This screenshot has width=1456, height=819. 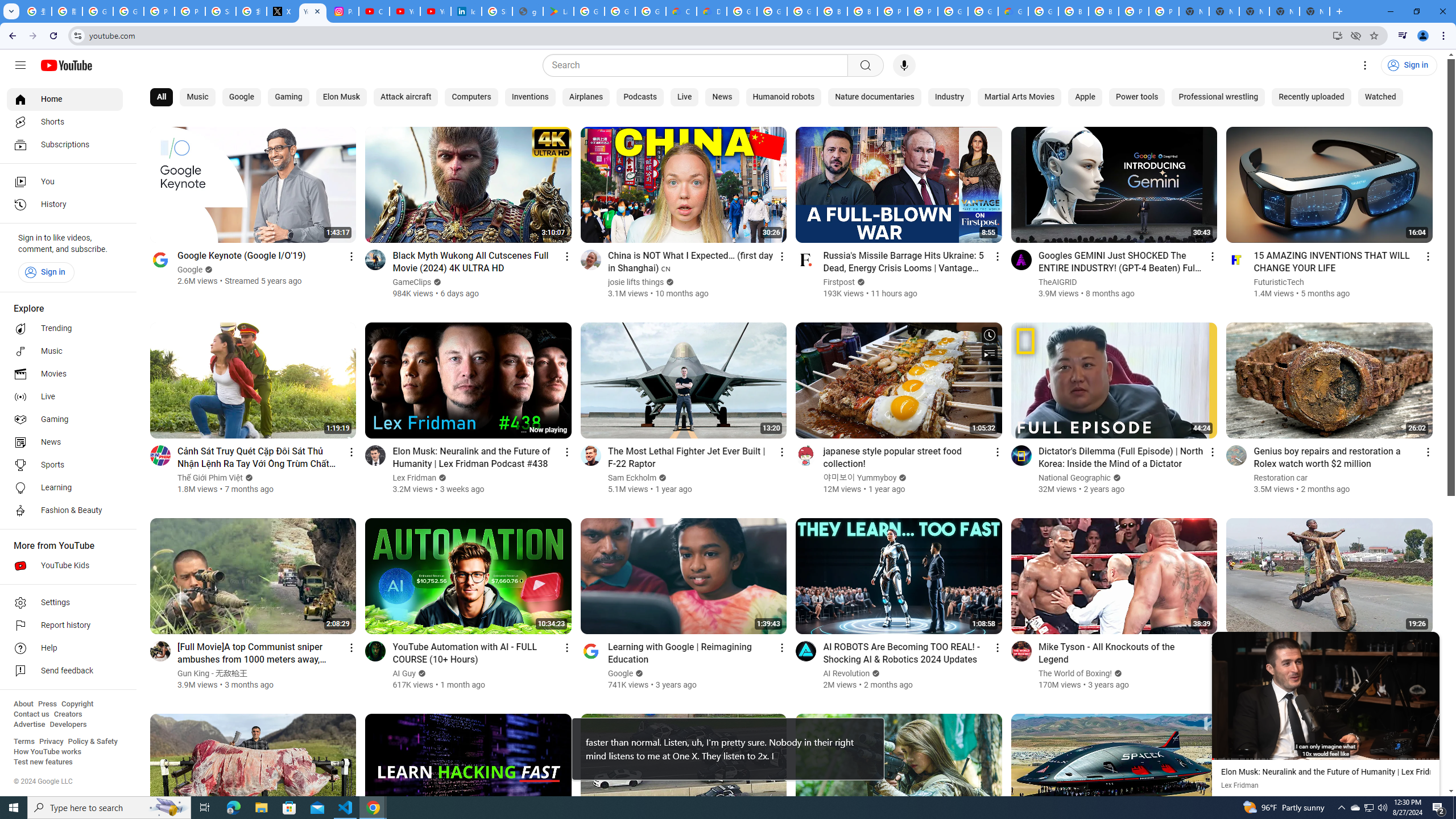 I want to click on 'Search with your voice', so click(x=904, y=65).